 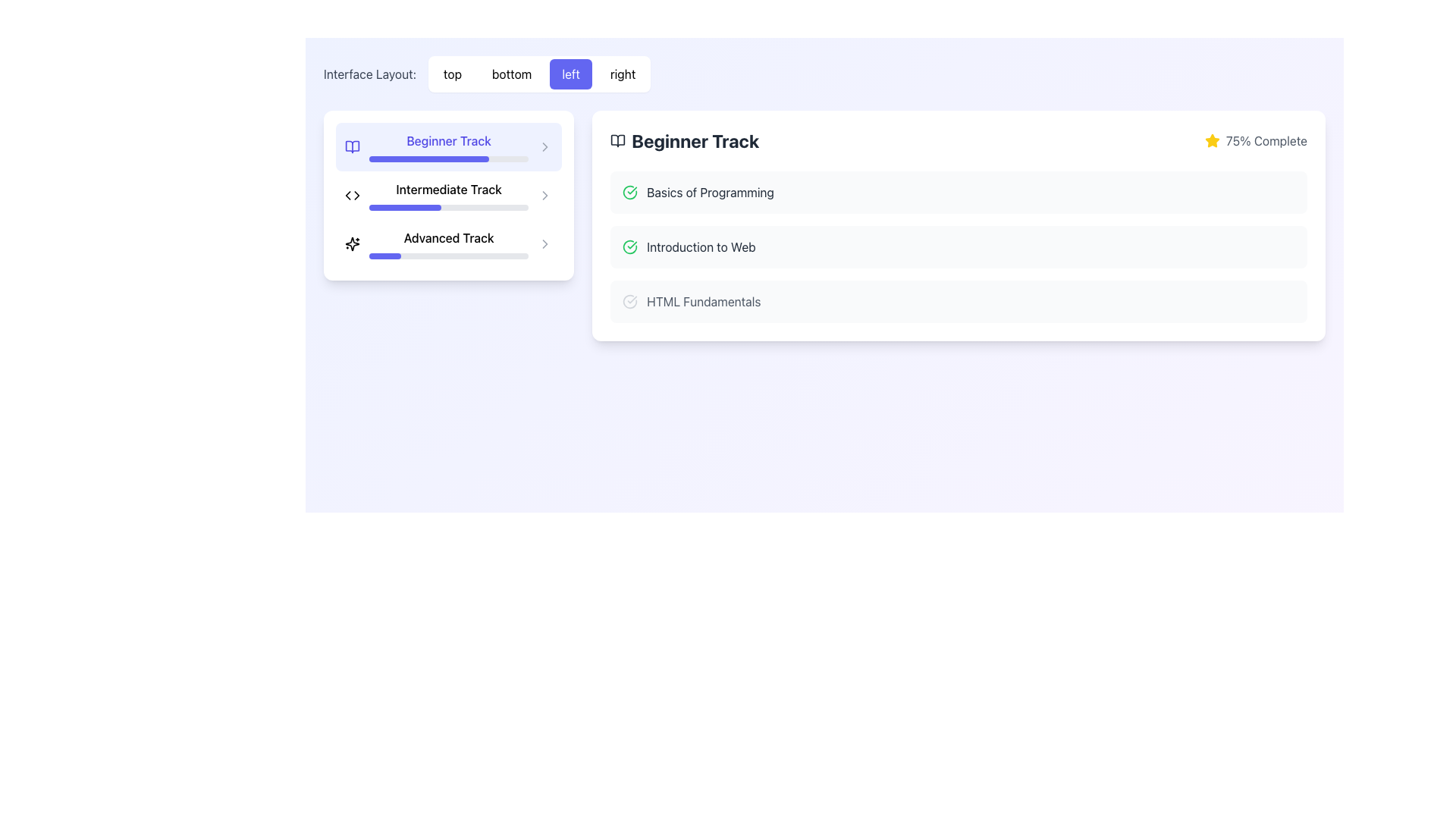 I want to click on the right-facing chevron icon used for navigation at the end of the 'Intermediate Track' list item, so click(x=545, y=195).